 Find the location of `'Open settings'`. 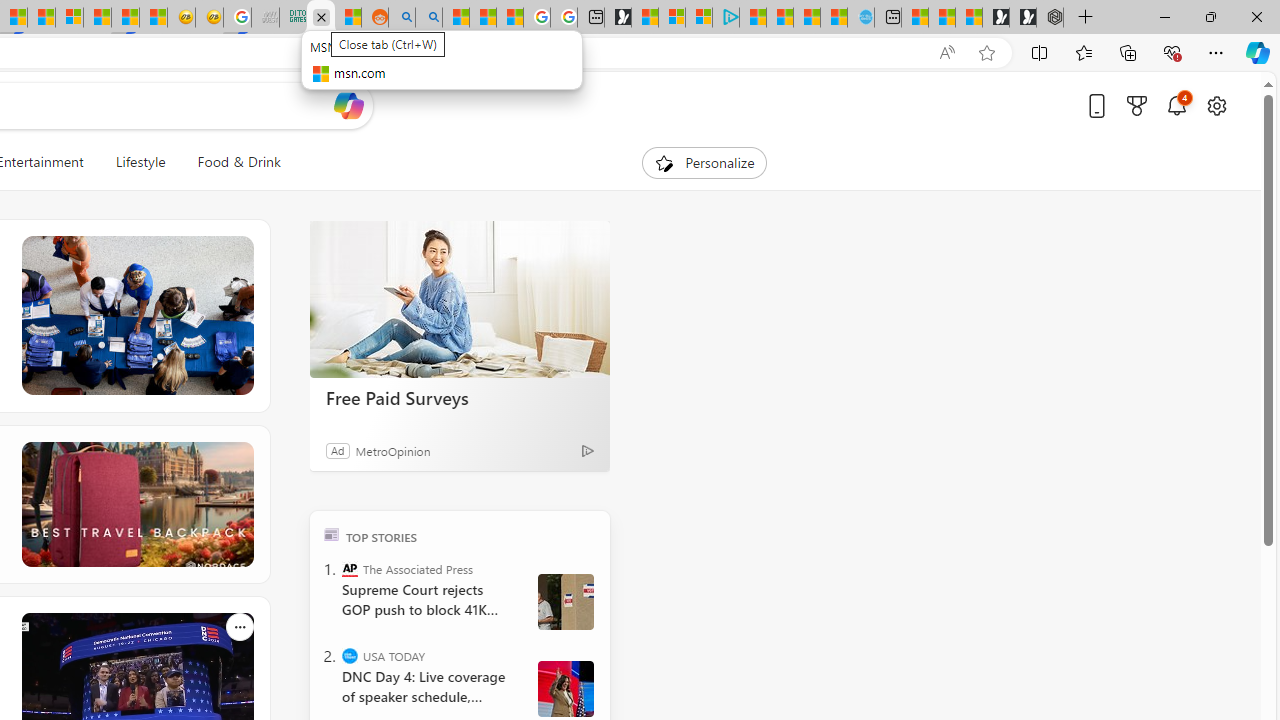

'Open settings' is located at coordinates (1215, 105).